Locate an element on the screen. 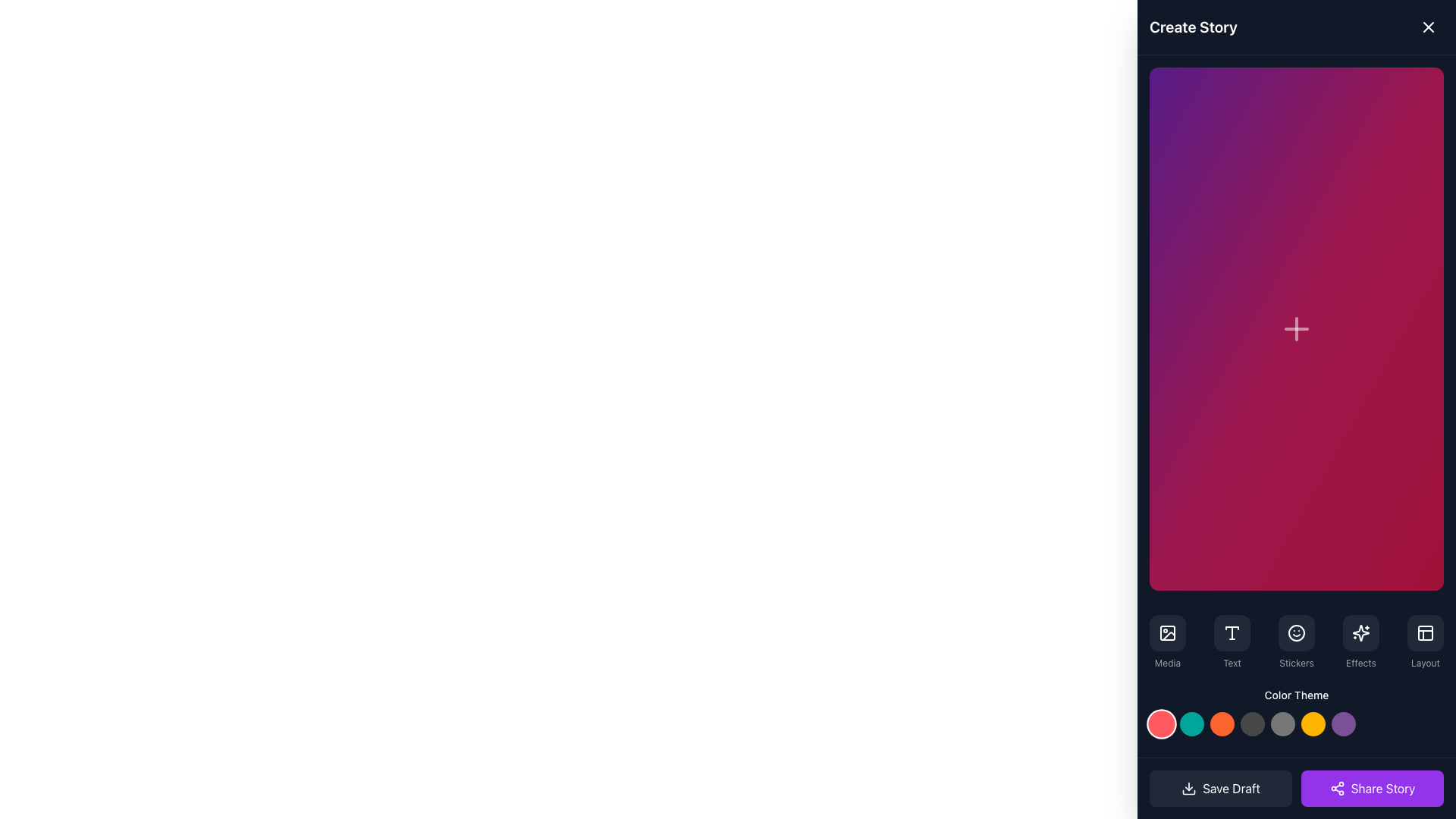 The width and height of the screenshot is (1456, 819). the text label displaying the word 'Media', which is styled in a small light gray font and is positioned below the media icon in the bottom left toolbar is located at coordinates (1167, 662).